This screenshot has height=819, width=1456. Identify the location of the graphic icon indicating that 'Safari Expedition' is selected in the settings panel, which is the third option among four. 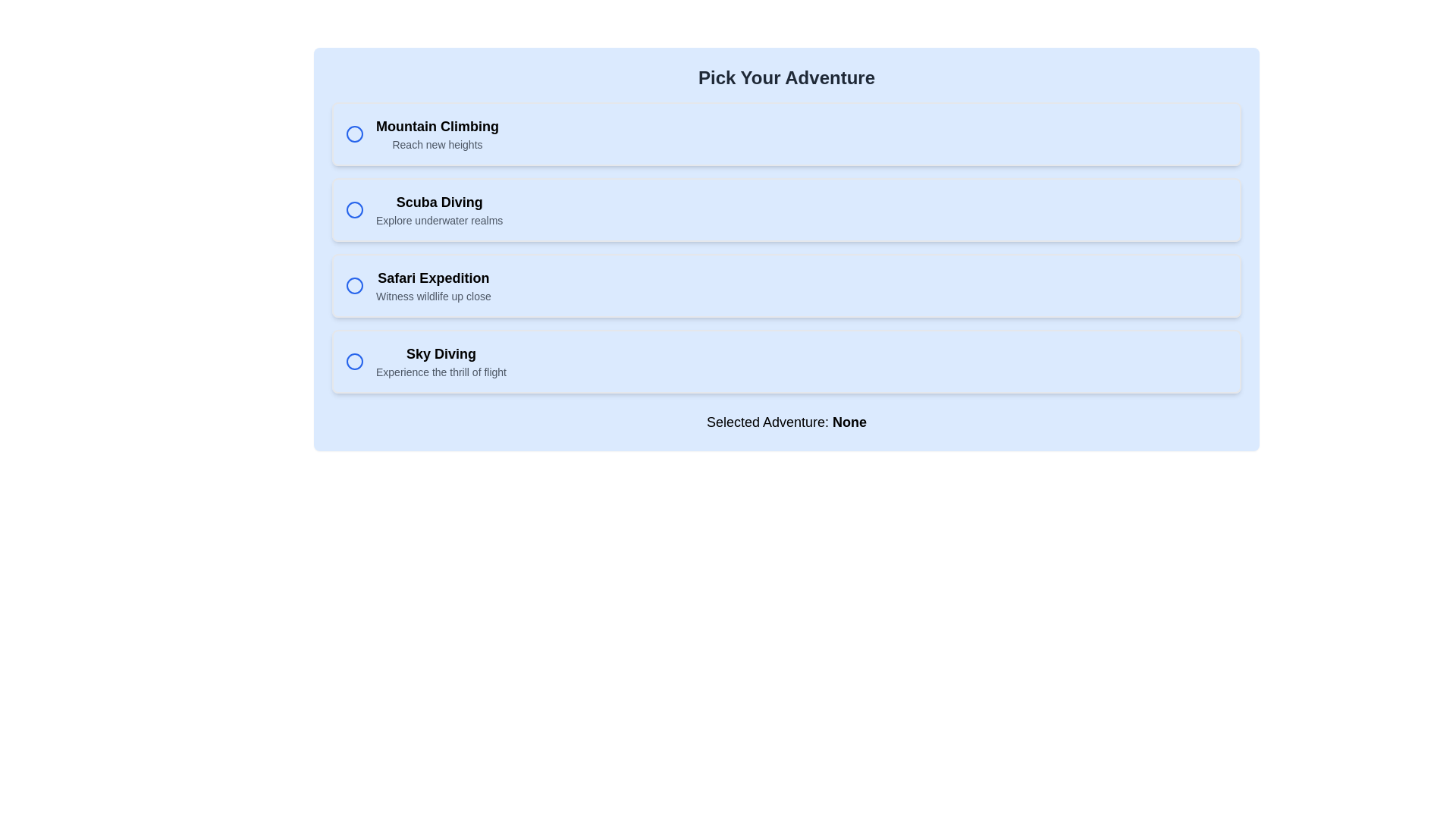
(353, 286).